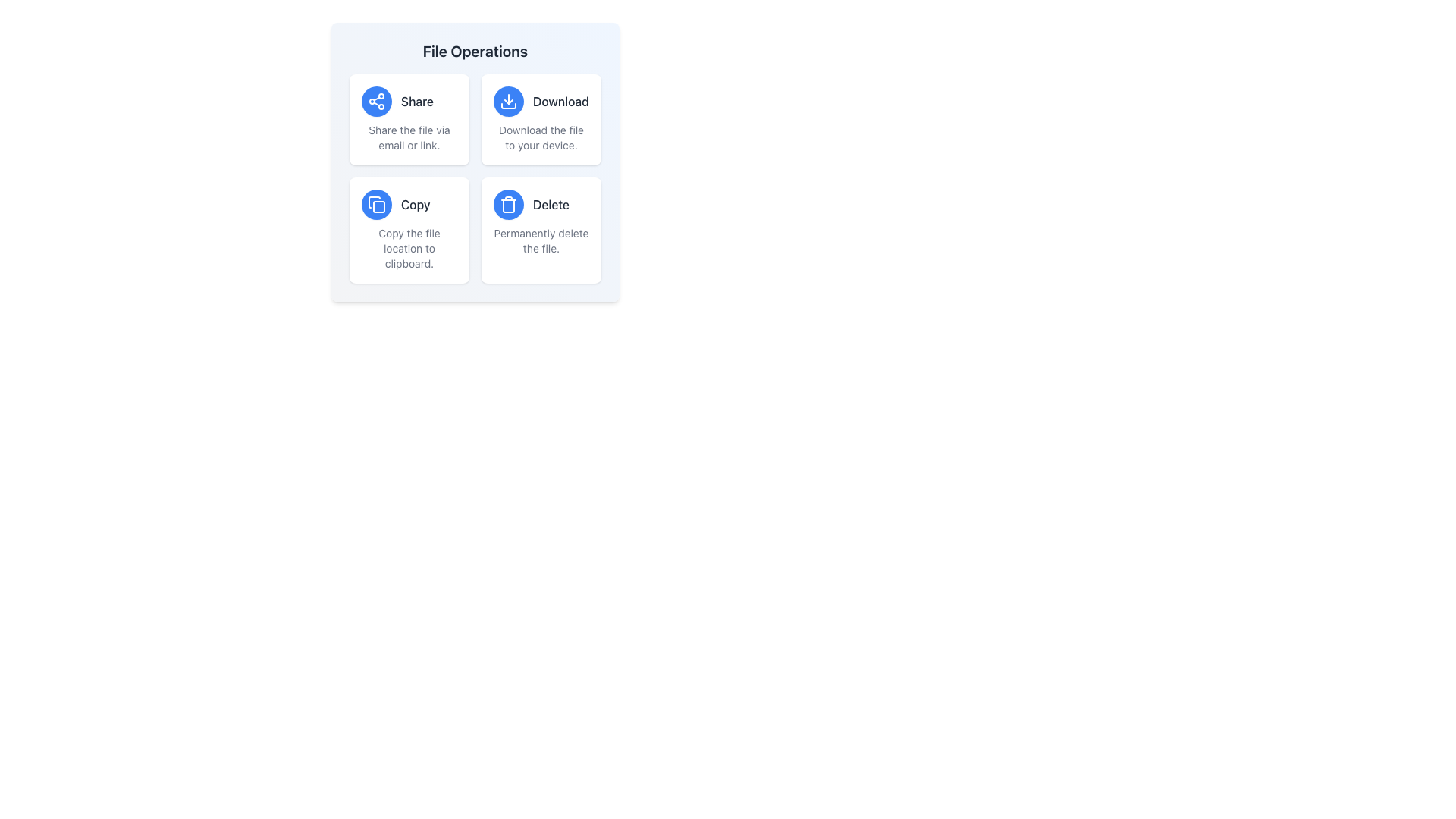 The height and width of the screenshot is (819, 1456). What do you see at coordinates (377, 205) in the screenshot?
I see `the blue circular button with a white icon of two overlapping squares located in the lower-left section of the grid under 'File Operations' to copy the file location` at bounding box center [377, 205].